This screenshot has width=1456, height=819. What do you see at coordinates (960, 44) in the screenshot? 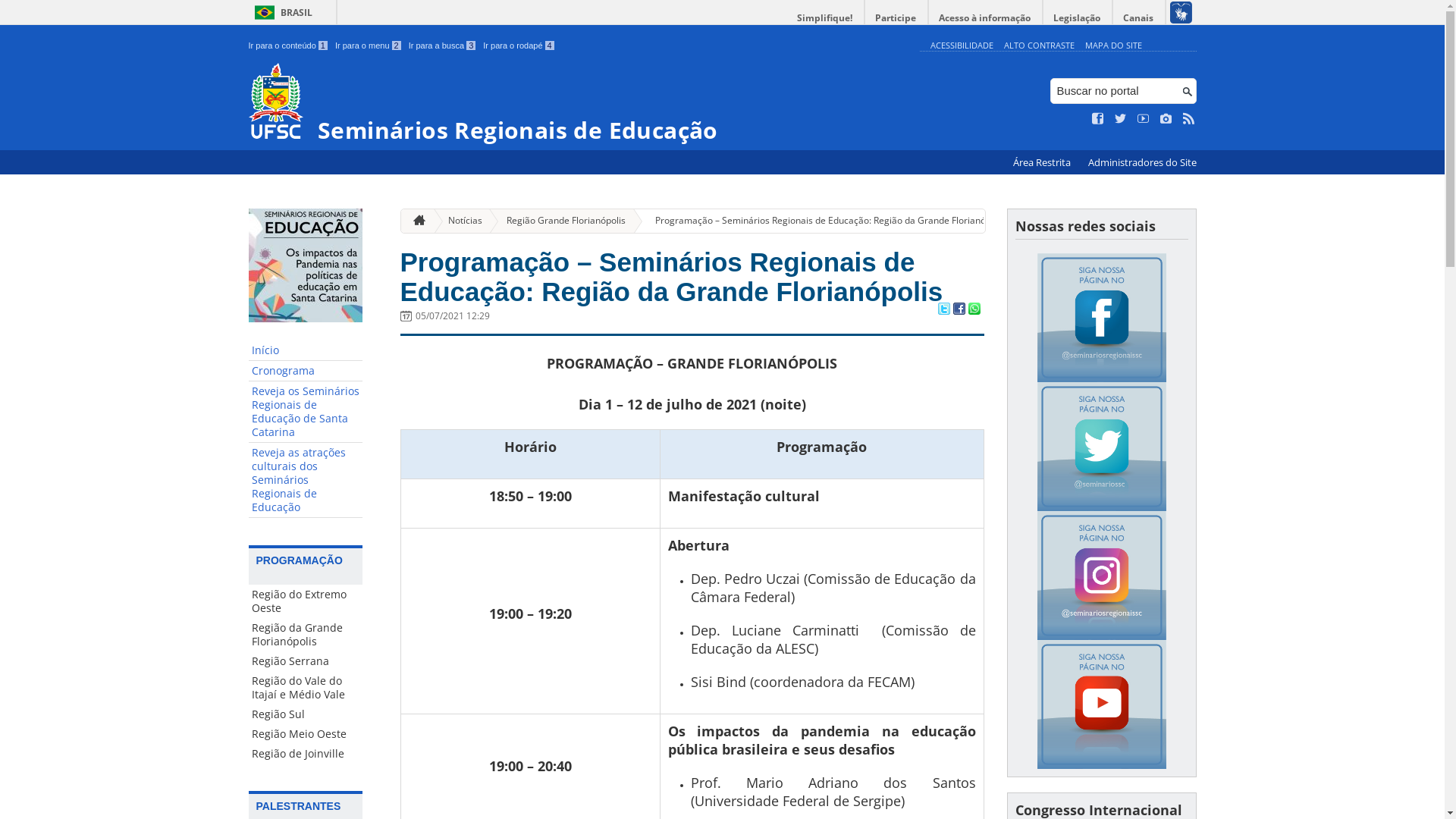
I see `'ACESSIBILIDADE'` at bounding box center [960, 44].